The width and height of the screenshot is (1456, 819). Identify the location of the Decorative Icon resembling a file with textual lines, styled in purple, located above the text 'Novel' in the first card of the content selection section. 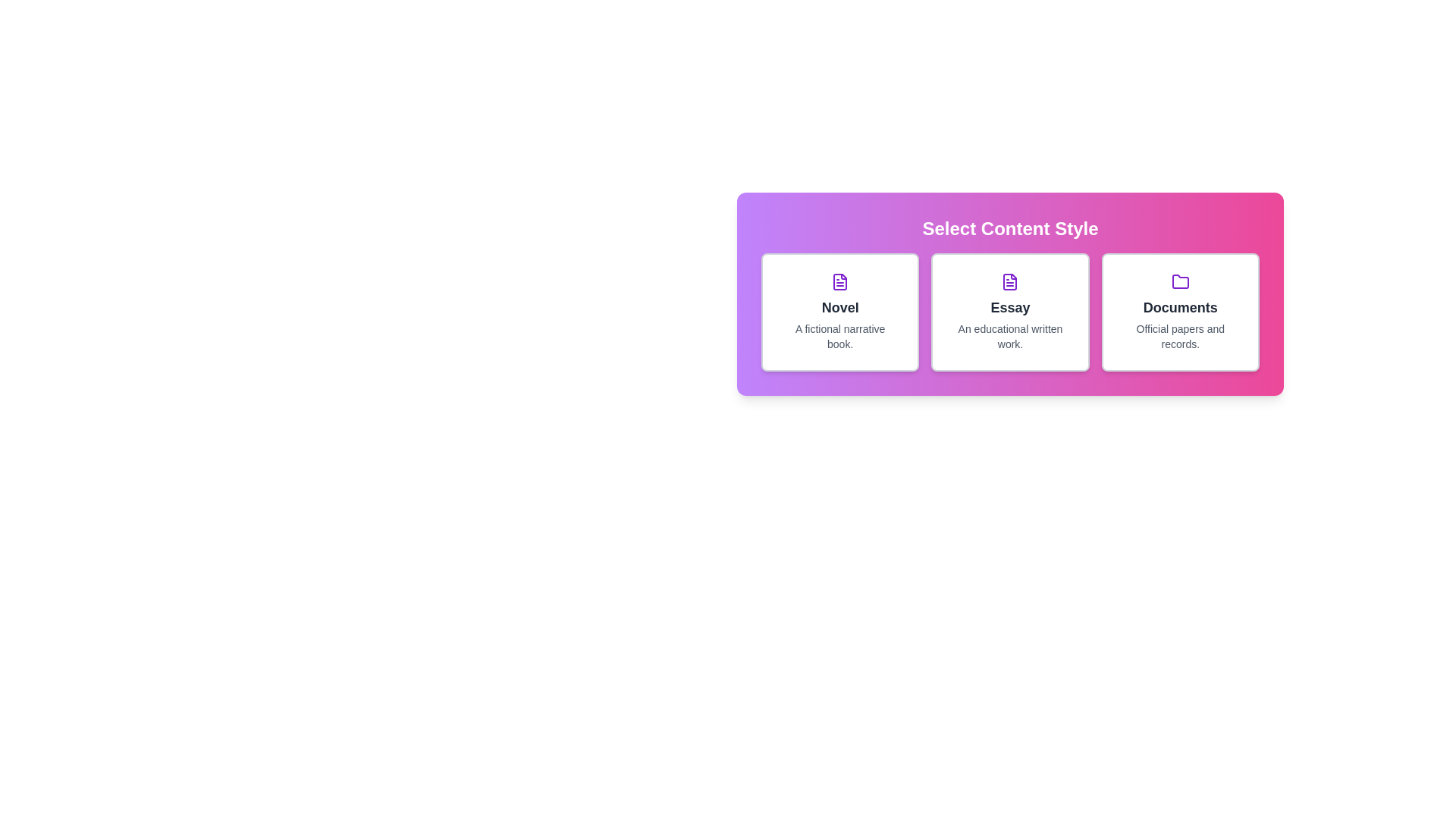
(839, 281).